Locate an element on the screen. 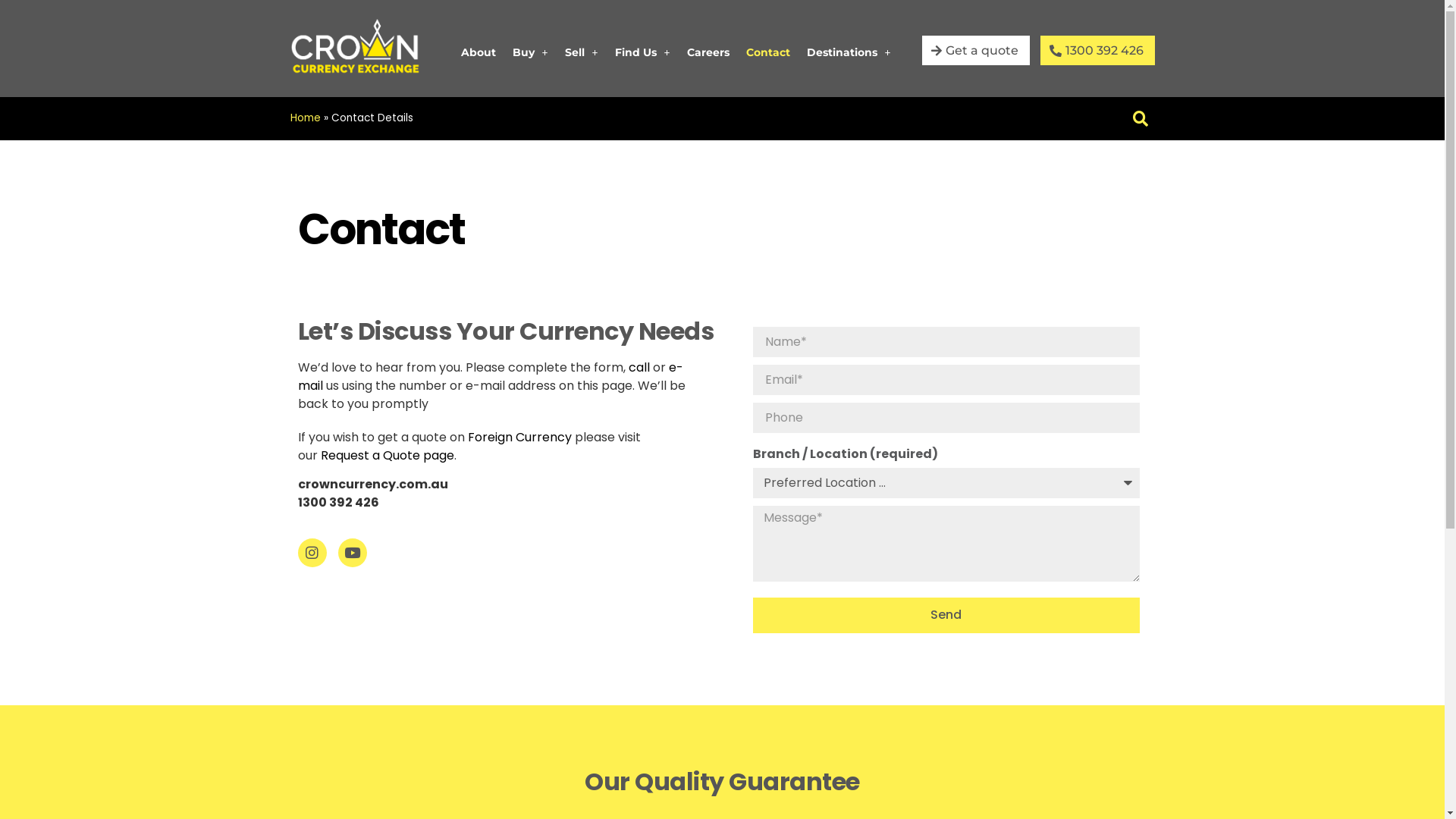 The width and height of the screenshot is (1456, 819). 'Contact' is located at coordinates (767, 52).